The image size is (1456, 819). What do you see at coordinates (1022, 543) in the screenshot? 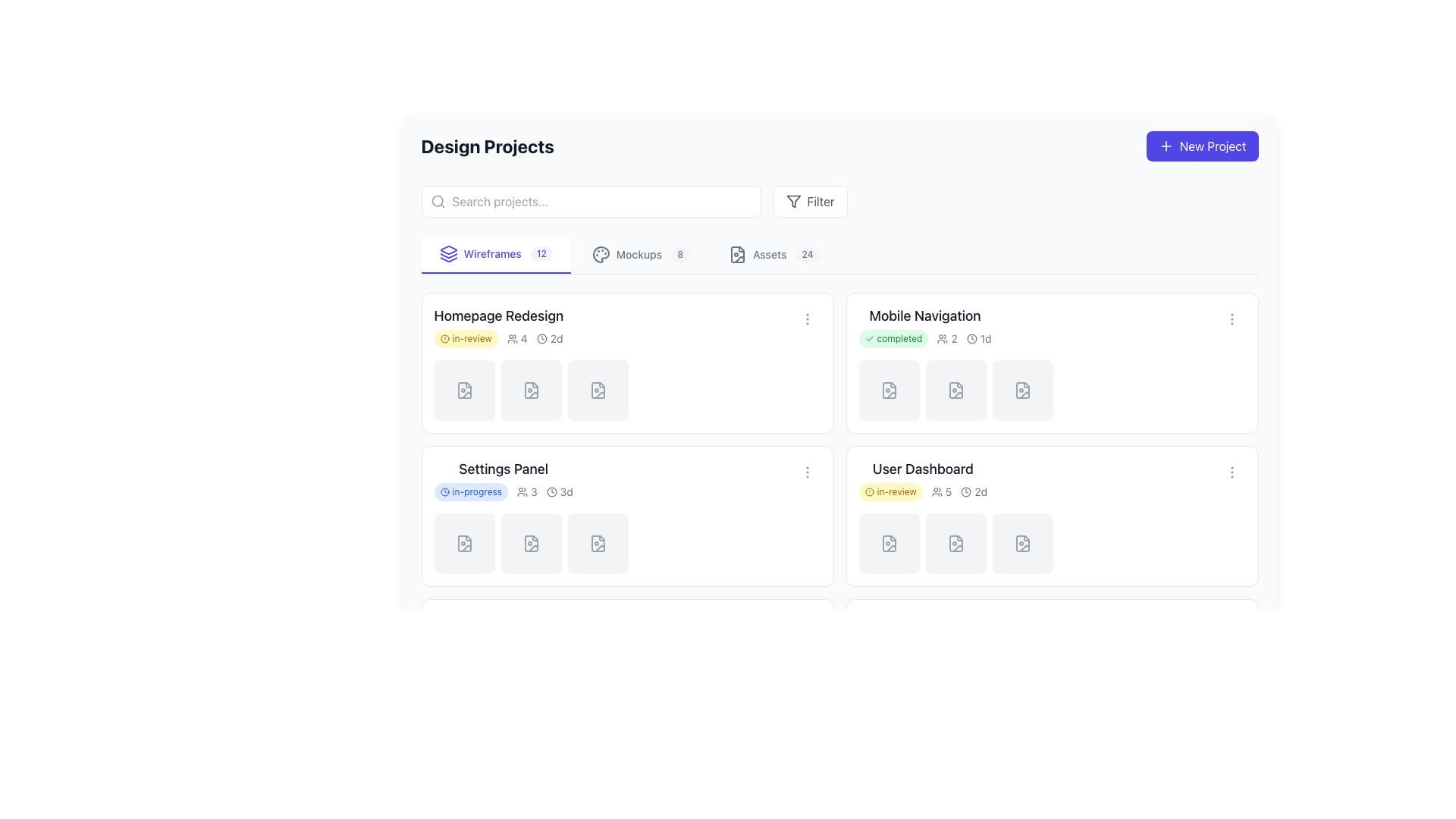
I see `the SVG Icon representing an image file within the 'User Dashboard' located in the fourth slot at the bottom right of the card` at bounding box center [1022, 543].